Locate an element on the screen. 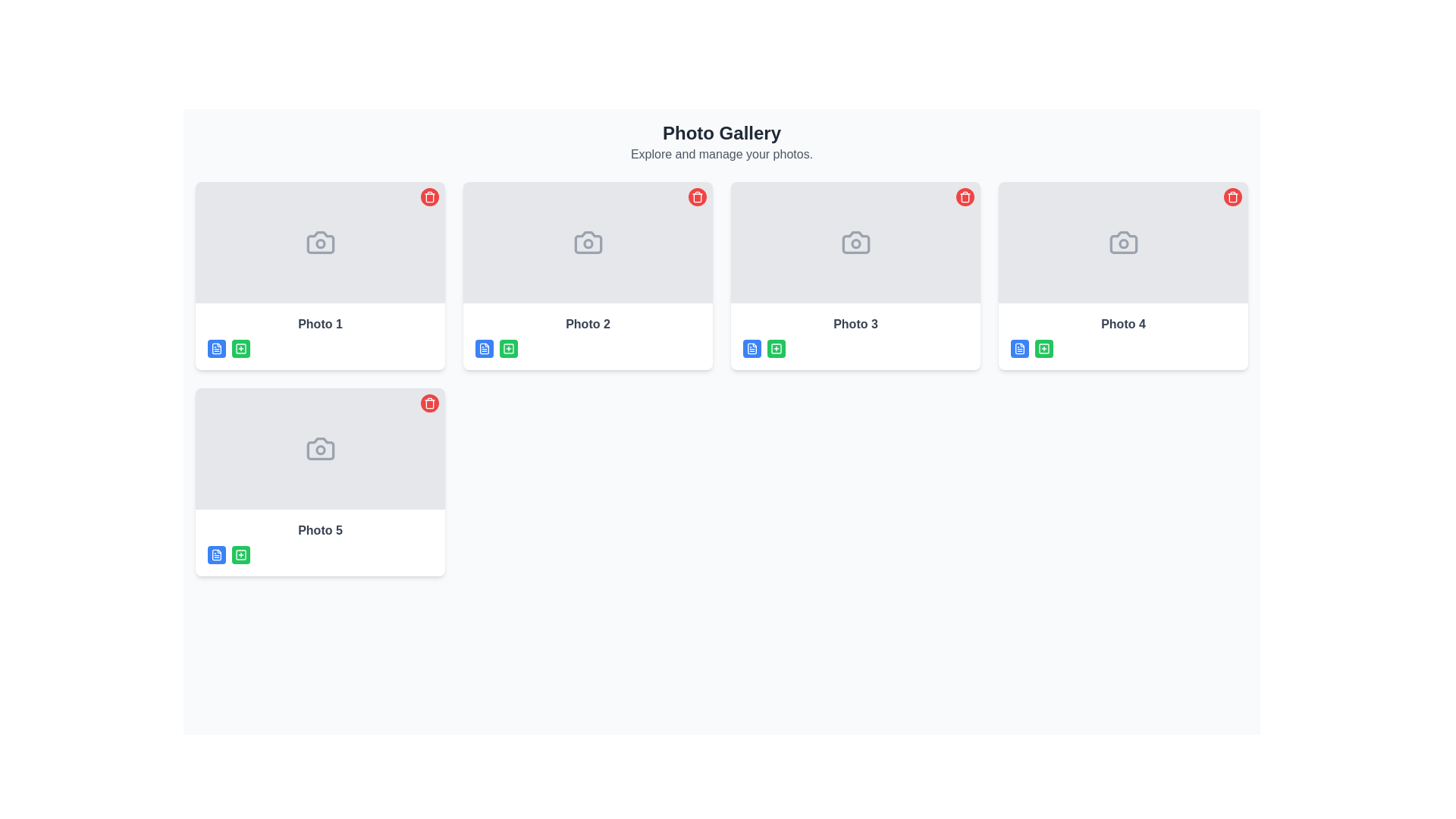  the button located below the 'Photo 3' thumbnail in the gallery grid is located at coordinates (776, 348).